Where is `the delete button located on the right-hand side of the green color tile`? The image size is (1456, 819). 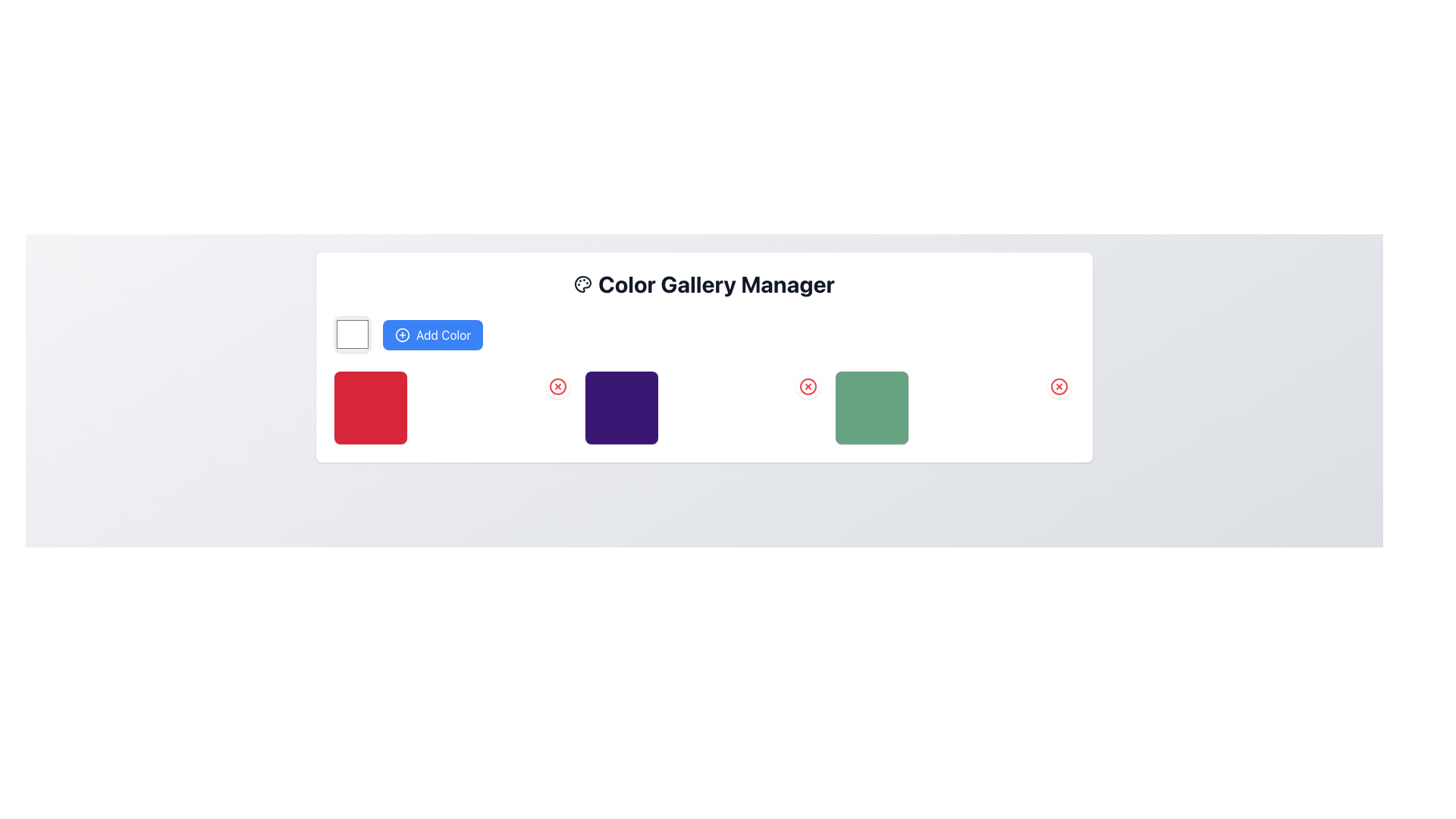
the delete button located on the right-hand side of the green color tile is located at coordinates (1058, 385).